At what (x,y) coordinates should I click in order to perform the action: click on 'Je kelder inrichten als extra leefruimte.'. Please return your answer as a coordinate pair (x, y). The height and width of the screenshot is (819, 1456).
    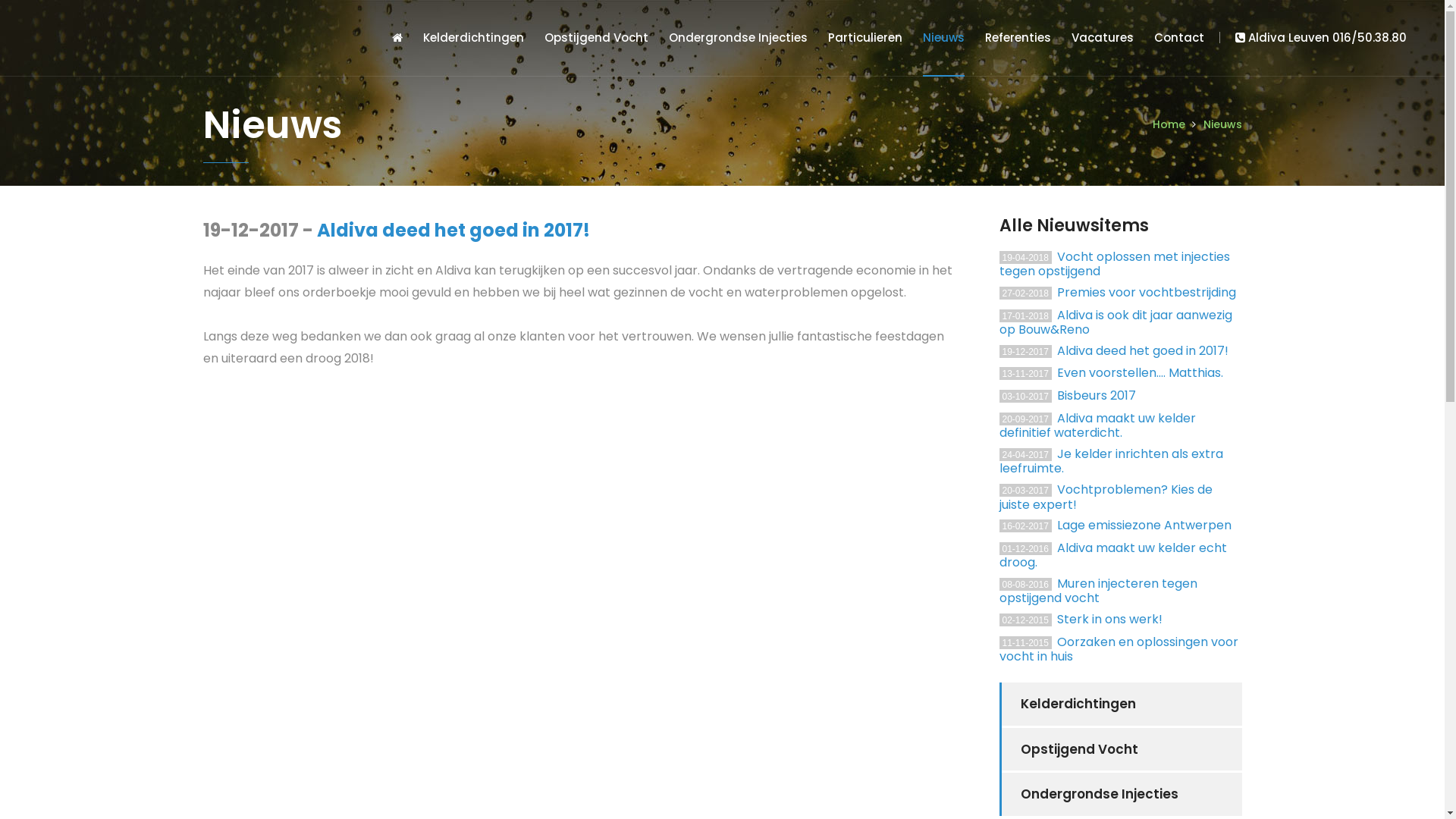
    Looking at the image, I should click on (1111, 460).